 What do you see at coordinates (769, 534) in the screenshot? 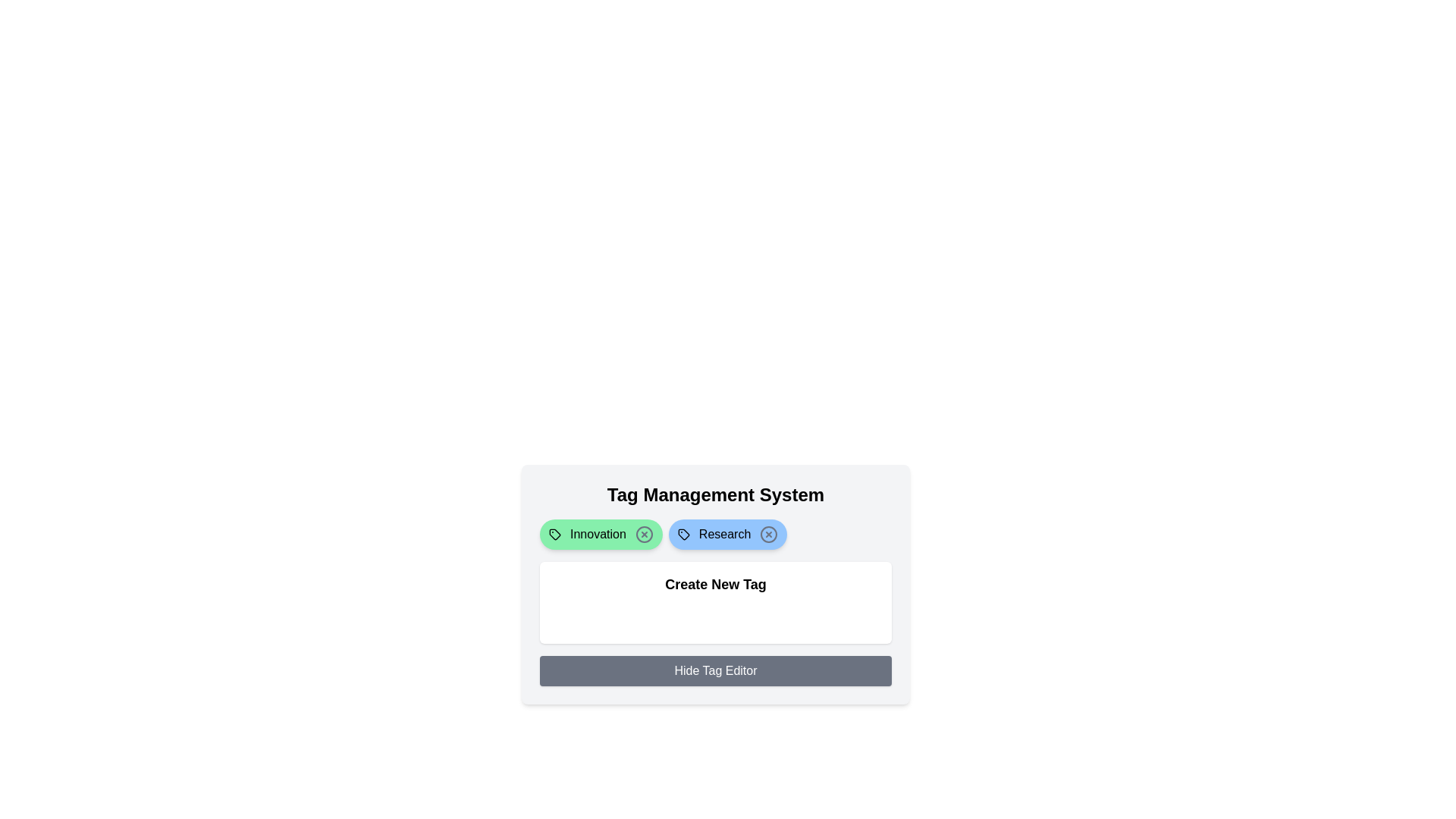
I see `close button on the tag labeled 'Research' to remove it` at bounding box center [769, 534].